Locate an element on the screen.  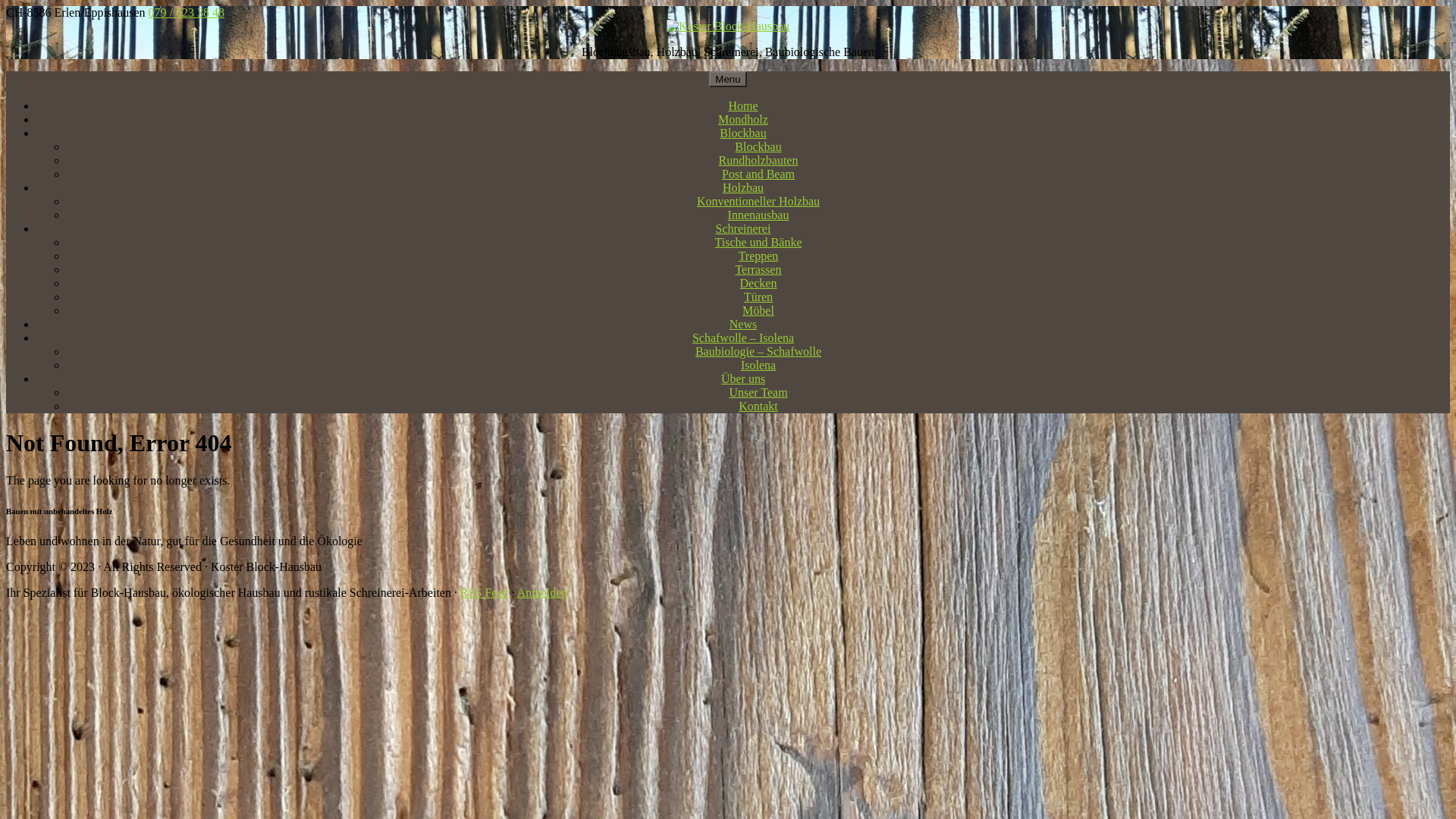
'079 / 623 38 48' is located at coordinates (185, 12).